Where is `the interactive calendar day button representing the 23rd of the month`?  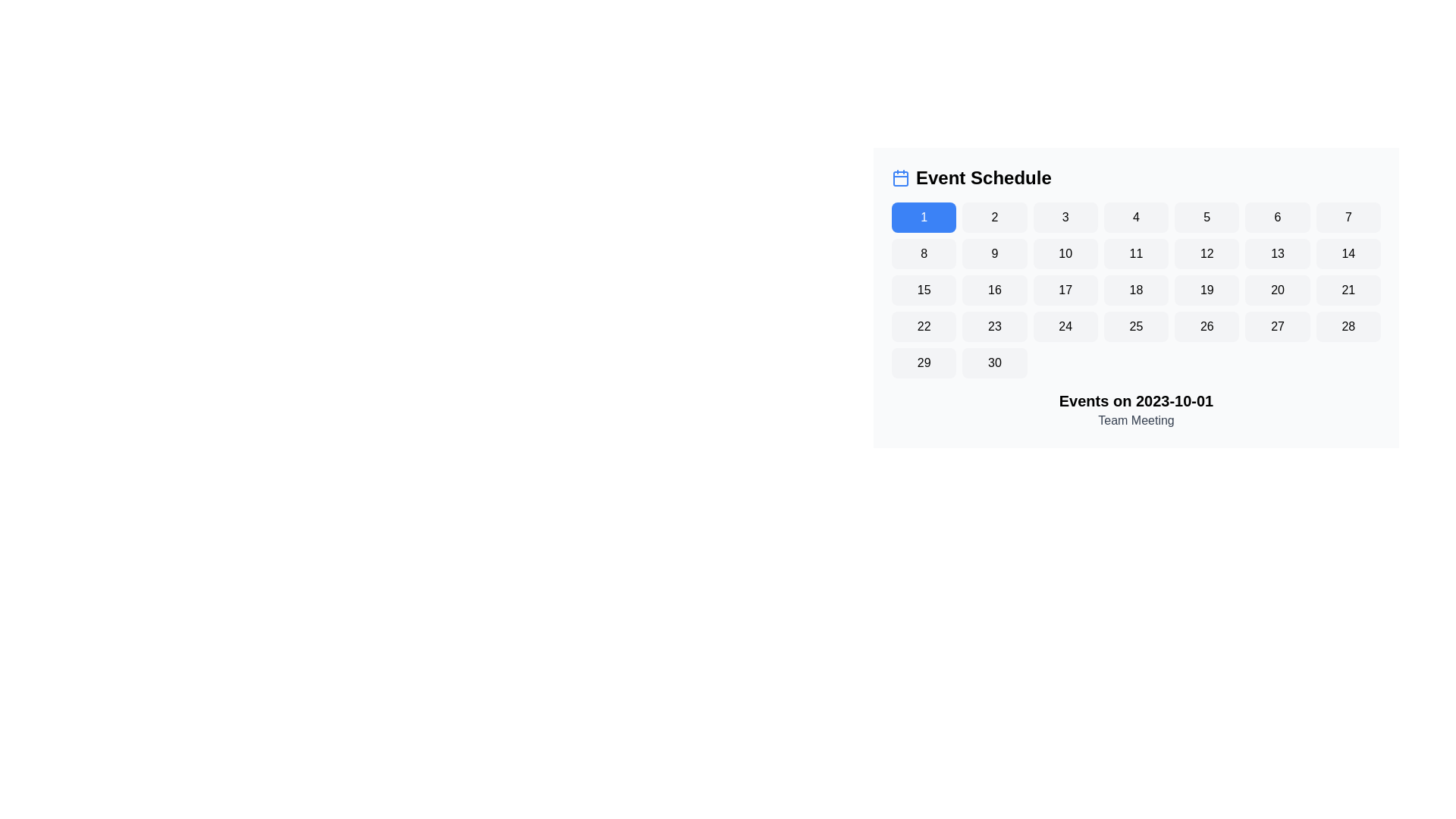
the interactive calendar day button representing the 23rd of the month is located at coordinates (994, 326).